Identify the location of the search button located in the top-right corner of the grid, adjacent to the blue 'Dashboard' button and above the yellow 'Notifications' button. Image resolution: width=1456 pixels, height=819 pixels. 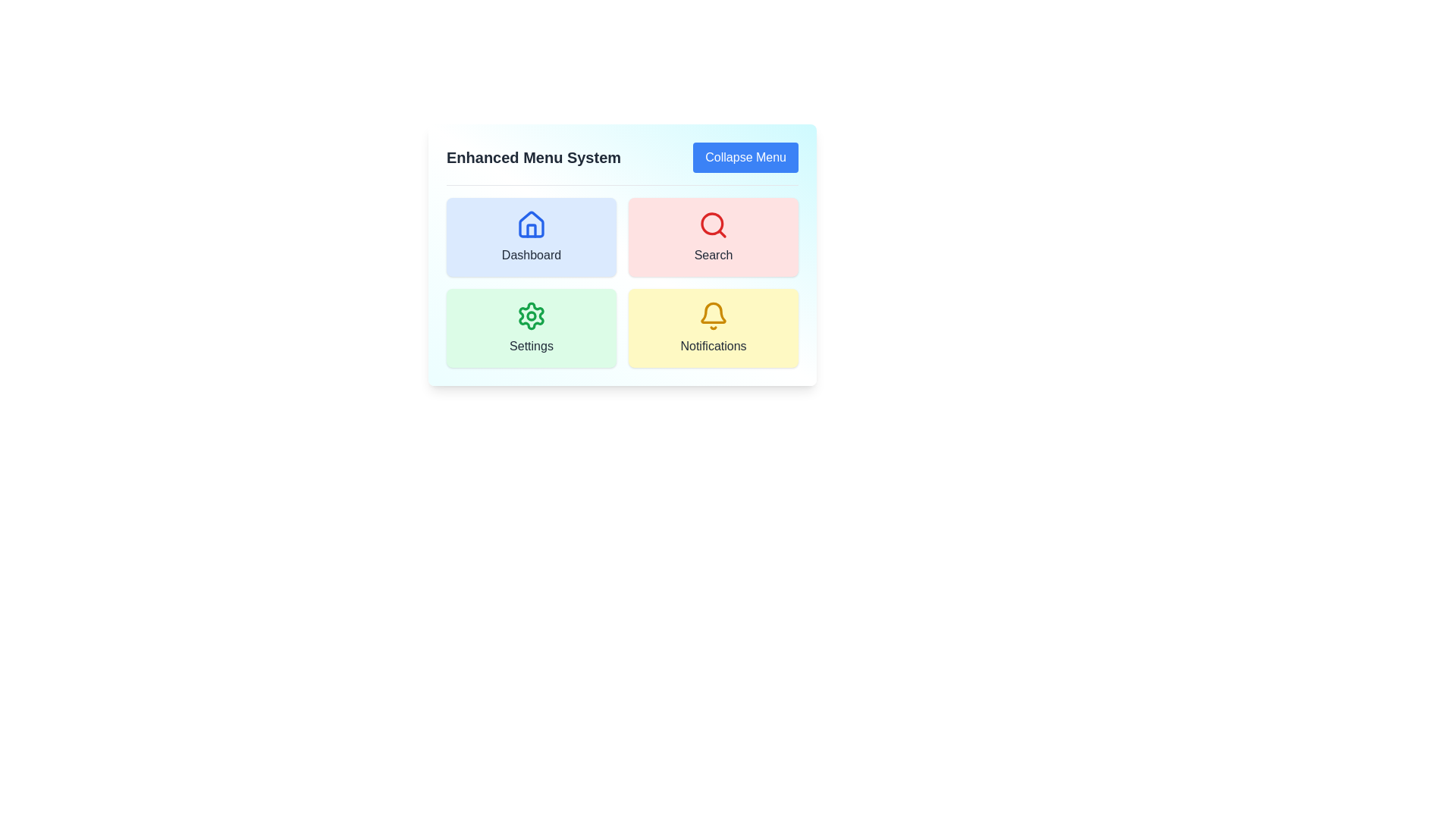
(712, 237).